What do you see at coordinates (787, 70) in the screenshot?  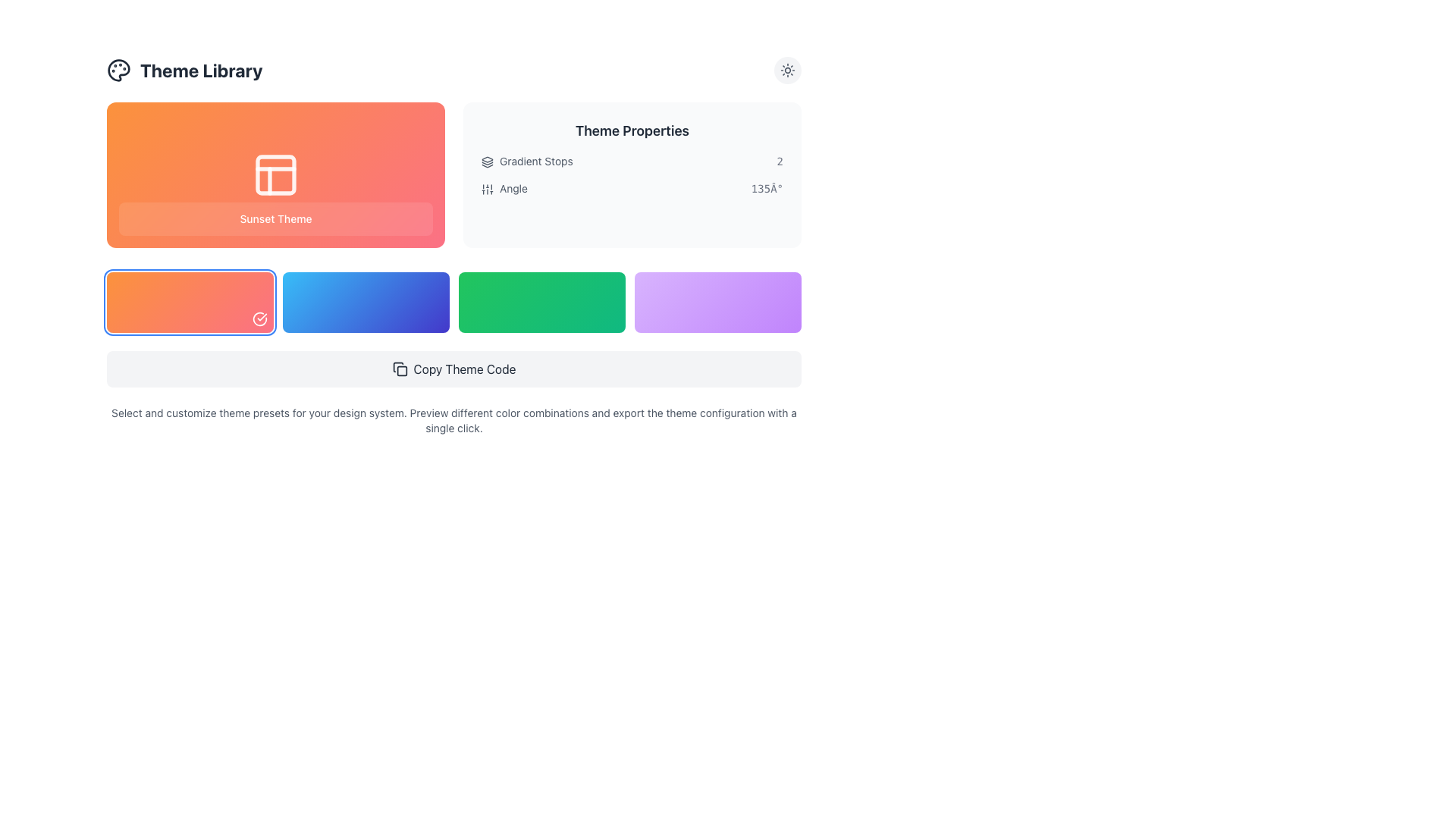 I see `the circular button with a light gray background and a sun icon inside, located at the top-right corner of the interface` at bounding box center [787, 70].